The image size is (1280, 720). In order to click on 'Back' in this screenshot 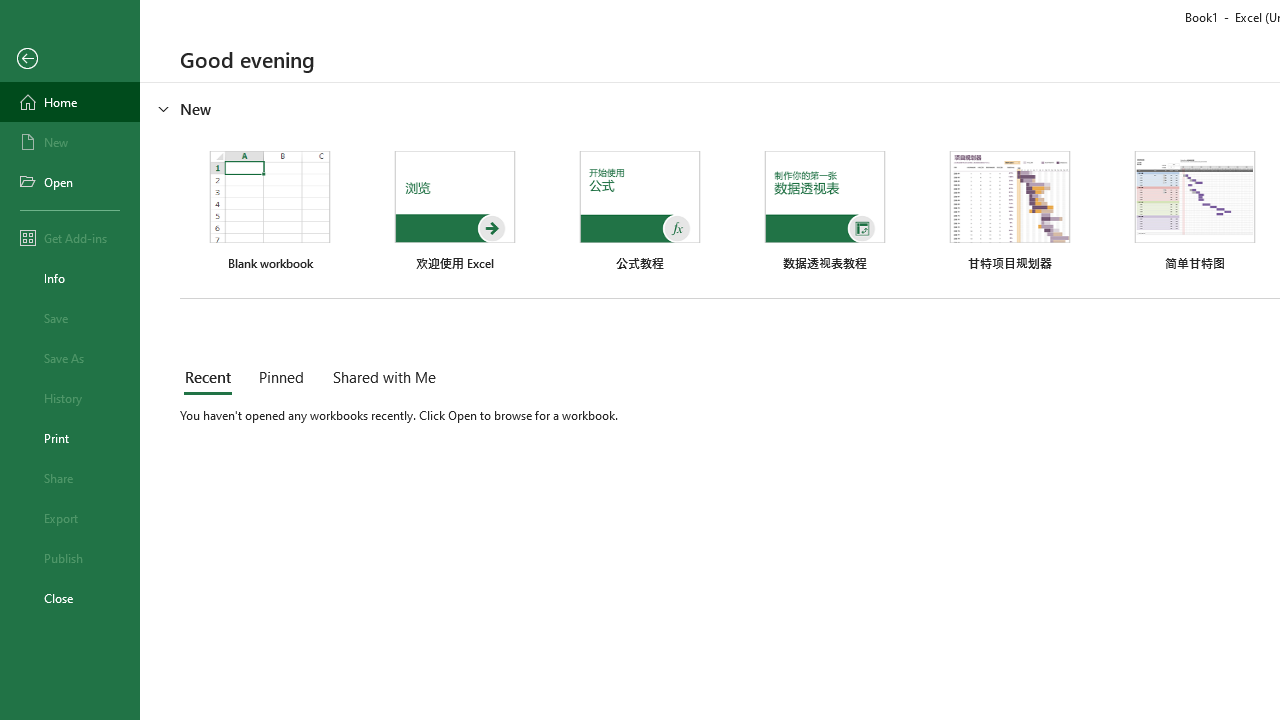, I will do `click(69, 58)`.